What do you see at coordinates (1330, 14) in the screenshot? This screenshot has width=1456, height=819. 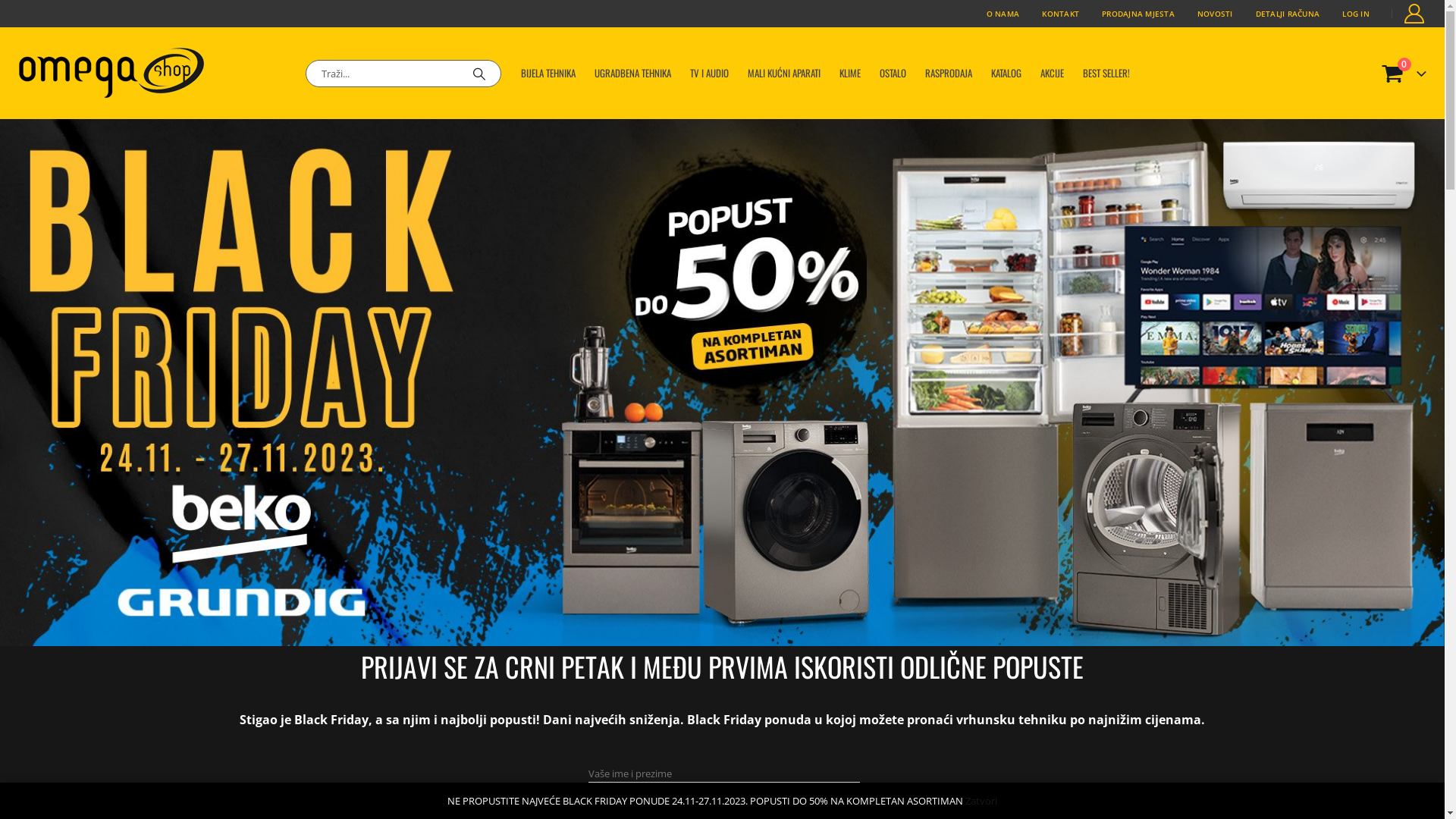 I see `'LOG IN'` at bounding box center [1330, 14].